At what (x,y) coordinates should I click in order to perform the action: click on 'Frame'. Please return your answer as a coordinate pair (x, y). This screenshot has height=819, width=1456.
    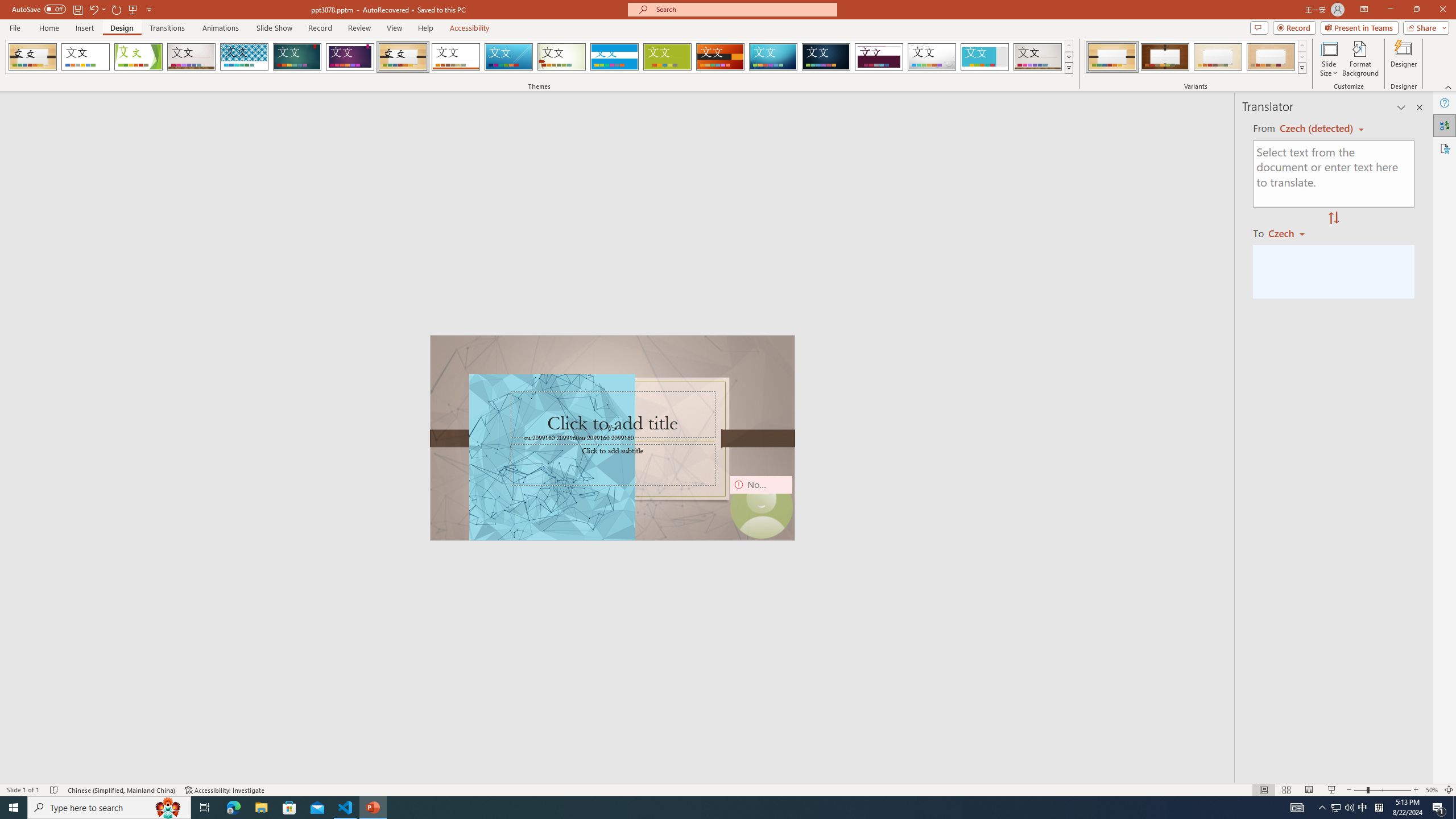
    Looking at the image, I should click on (985, 56).